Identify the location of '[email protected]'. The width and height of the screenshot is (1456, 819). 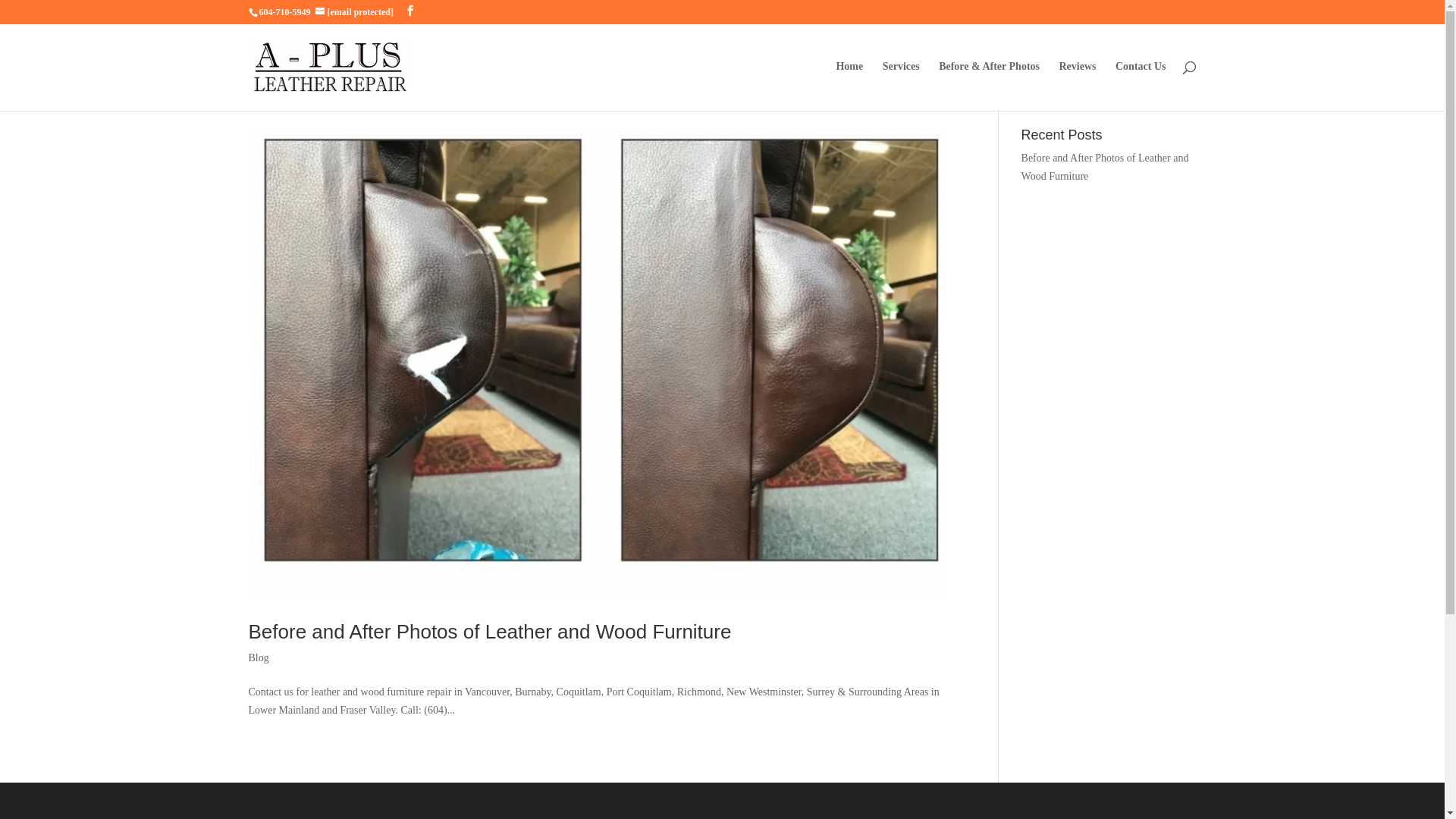
(359, 11).